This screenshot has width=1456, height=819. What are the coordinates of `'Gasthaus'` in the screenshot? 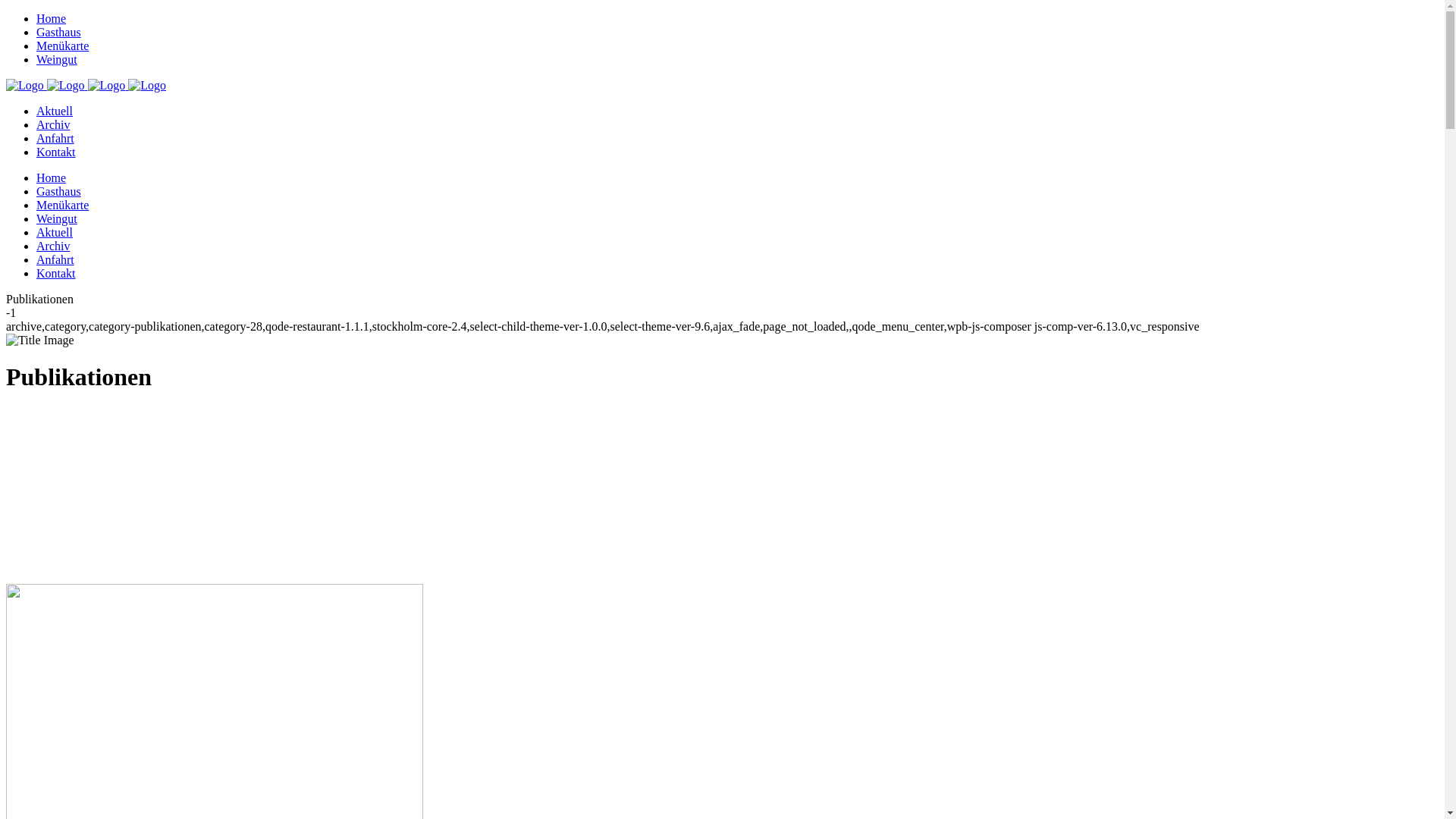 It's located at (58, 32).